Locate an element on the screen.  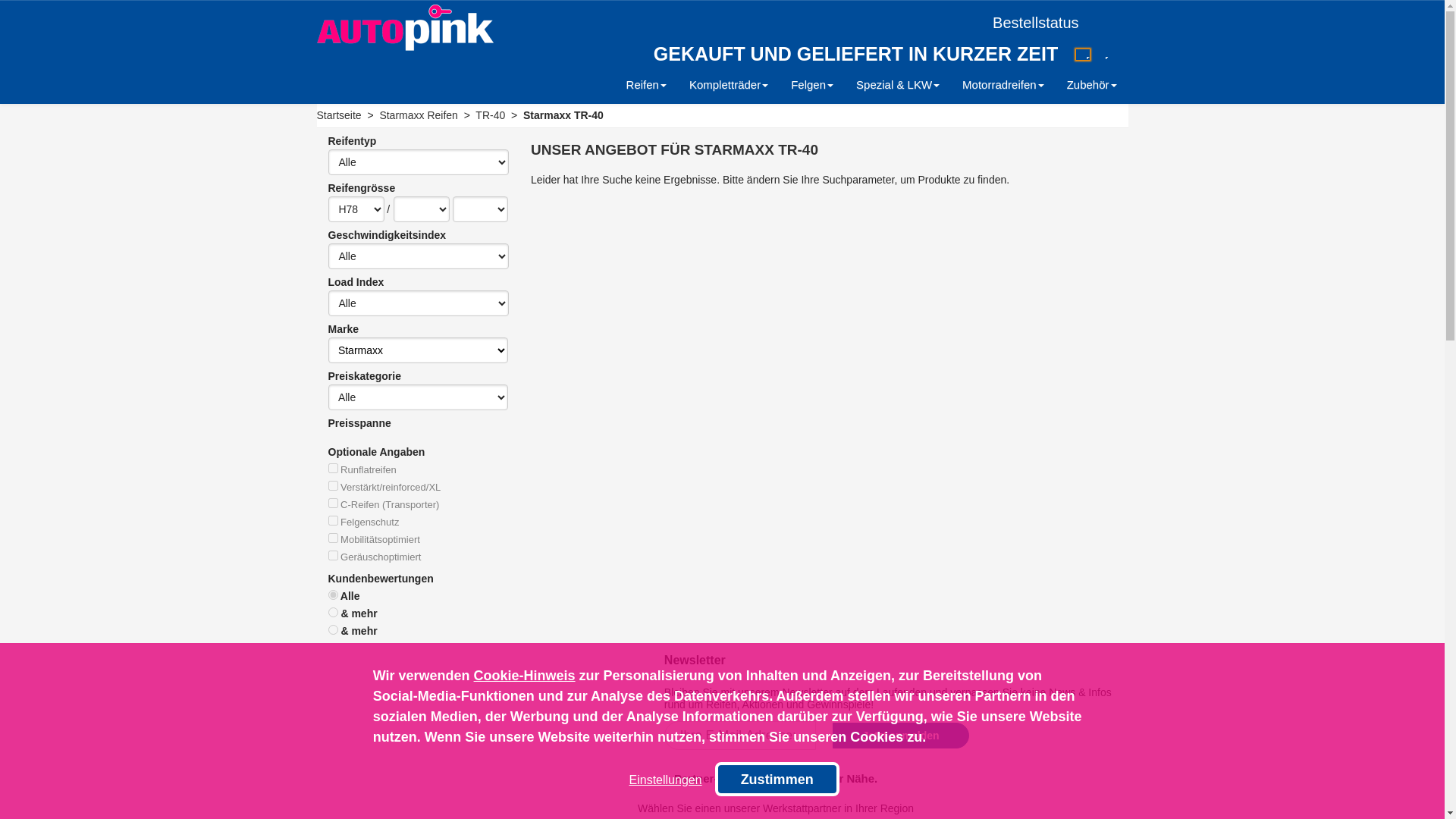
'Motorradreifen' is located at coordinates (1003, 84).